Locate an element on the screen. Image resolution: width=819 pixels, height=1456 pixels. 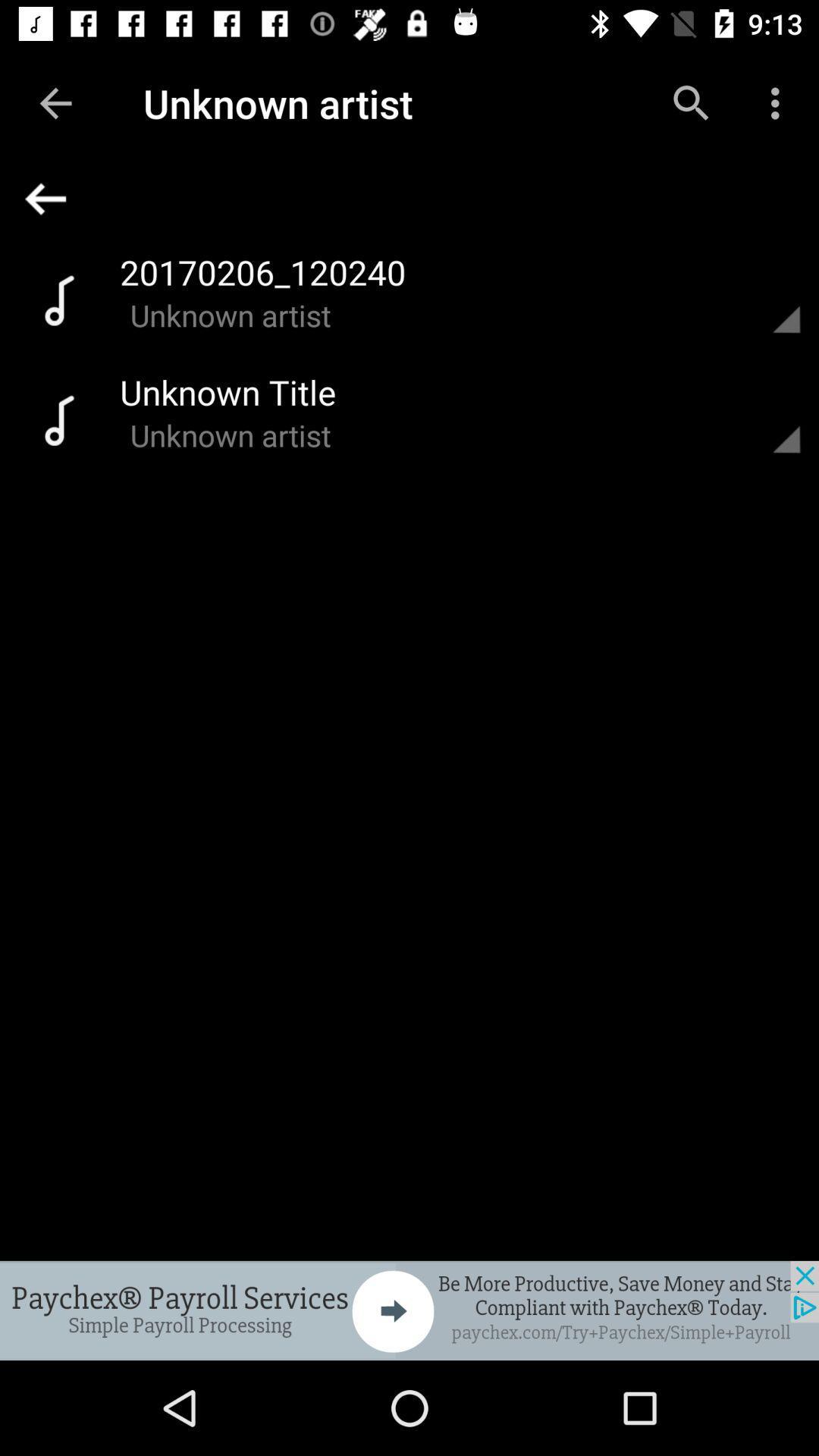
undo button is located at coordinates (416, 198).